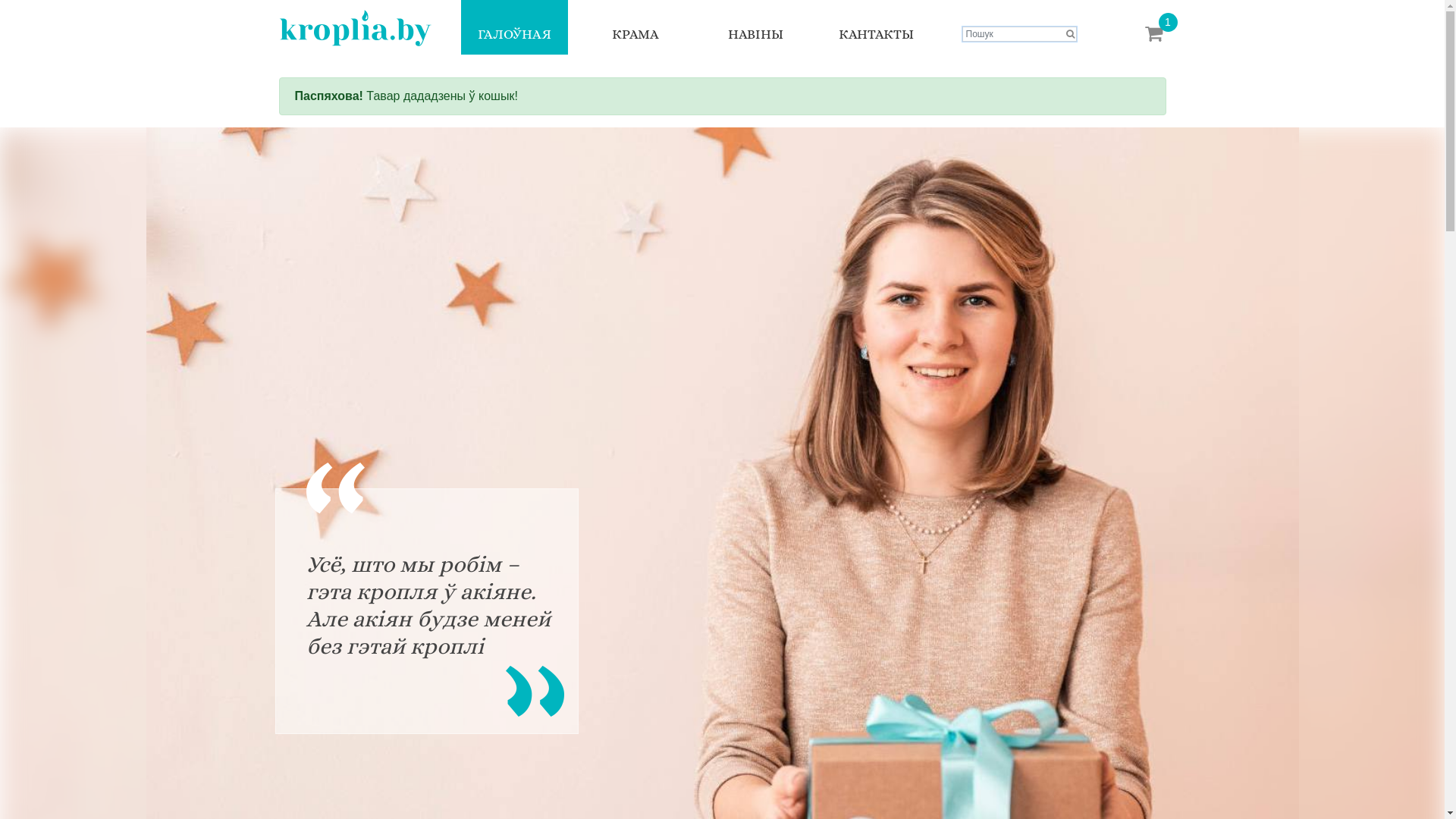 The width and height of the screenshot is (1456, 819). I want to click on '1', so click(1153, 33).